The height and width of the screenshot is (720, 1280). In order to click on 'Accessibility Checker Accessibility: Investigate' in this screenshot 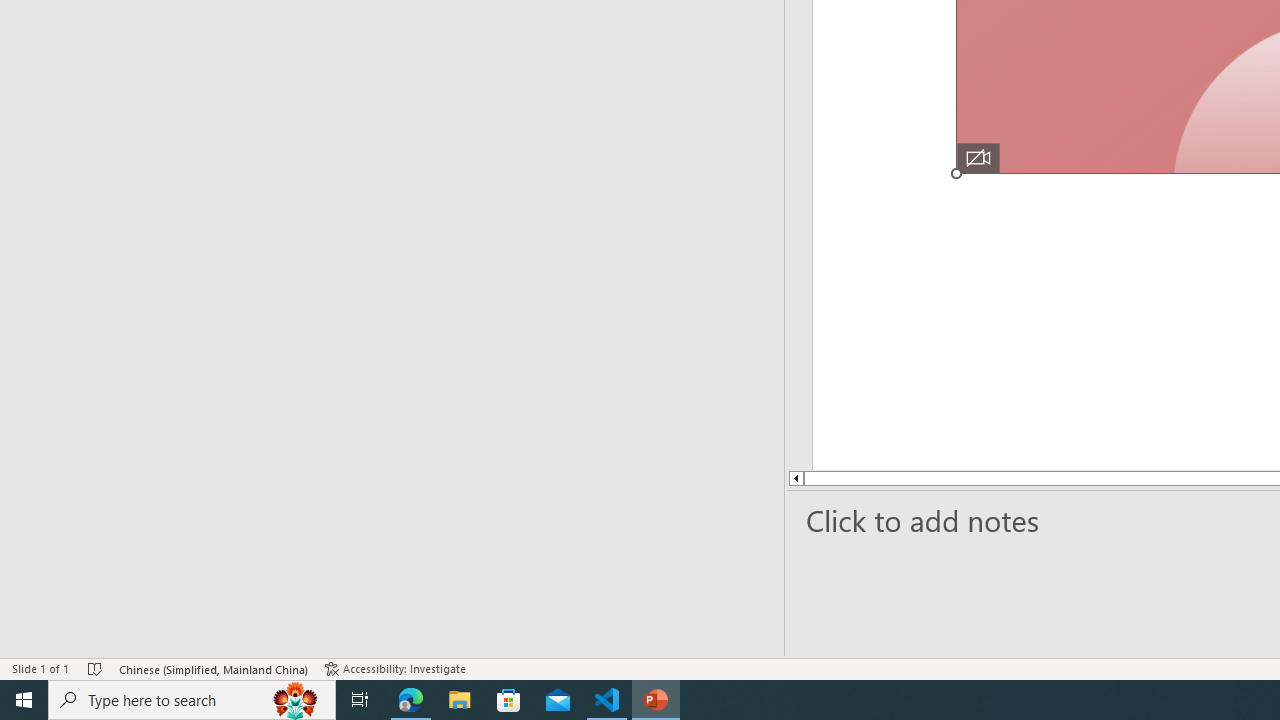, I will do `click(397, 669)`.